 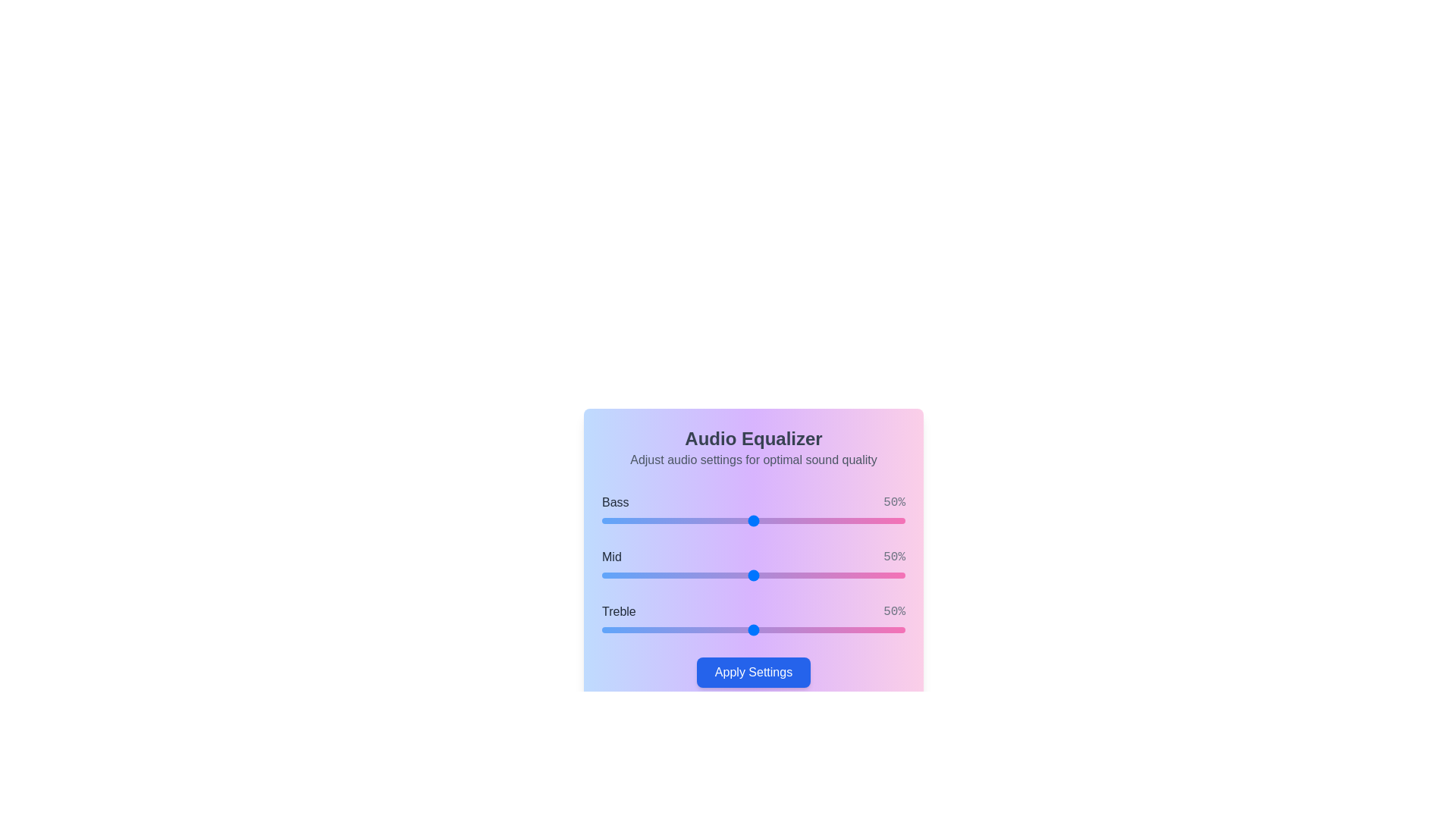 What do you see at coordinates (799, 519) in the screenshot?
I see `the 0 slider to 65%` at bounding box center [799, 519].